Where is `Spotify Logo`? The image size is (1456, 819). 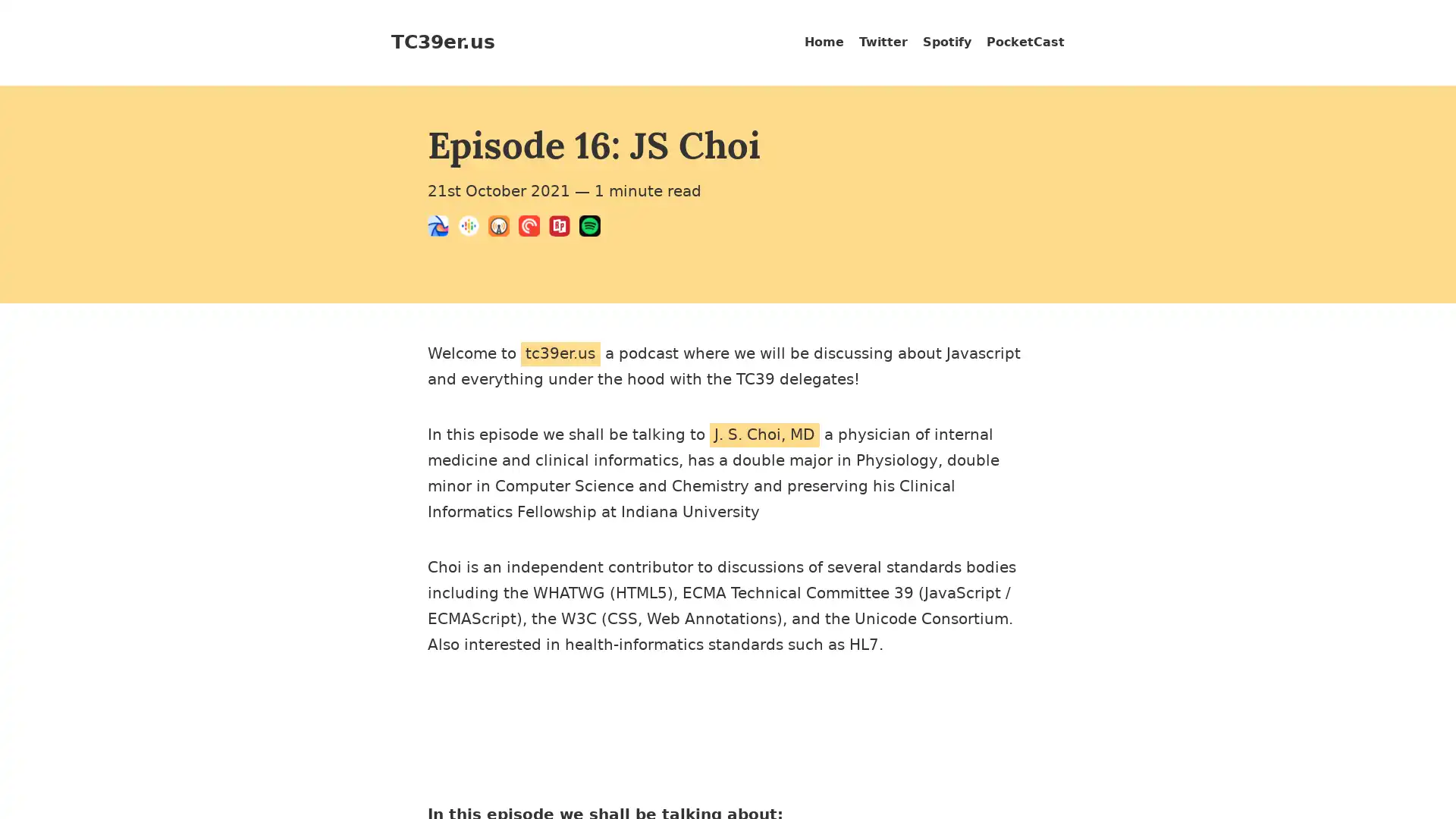
Spotify Logo is located at coordinates (593, 228).